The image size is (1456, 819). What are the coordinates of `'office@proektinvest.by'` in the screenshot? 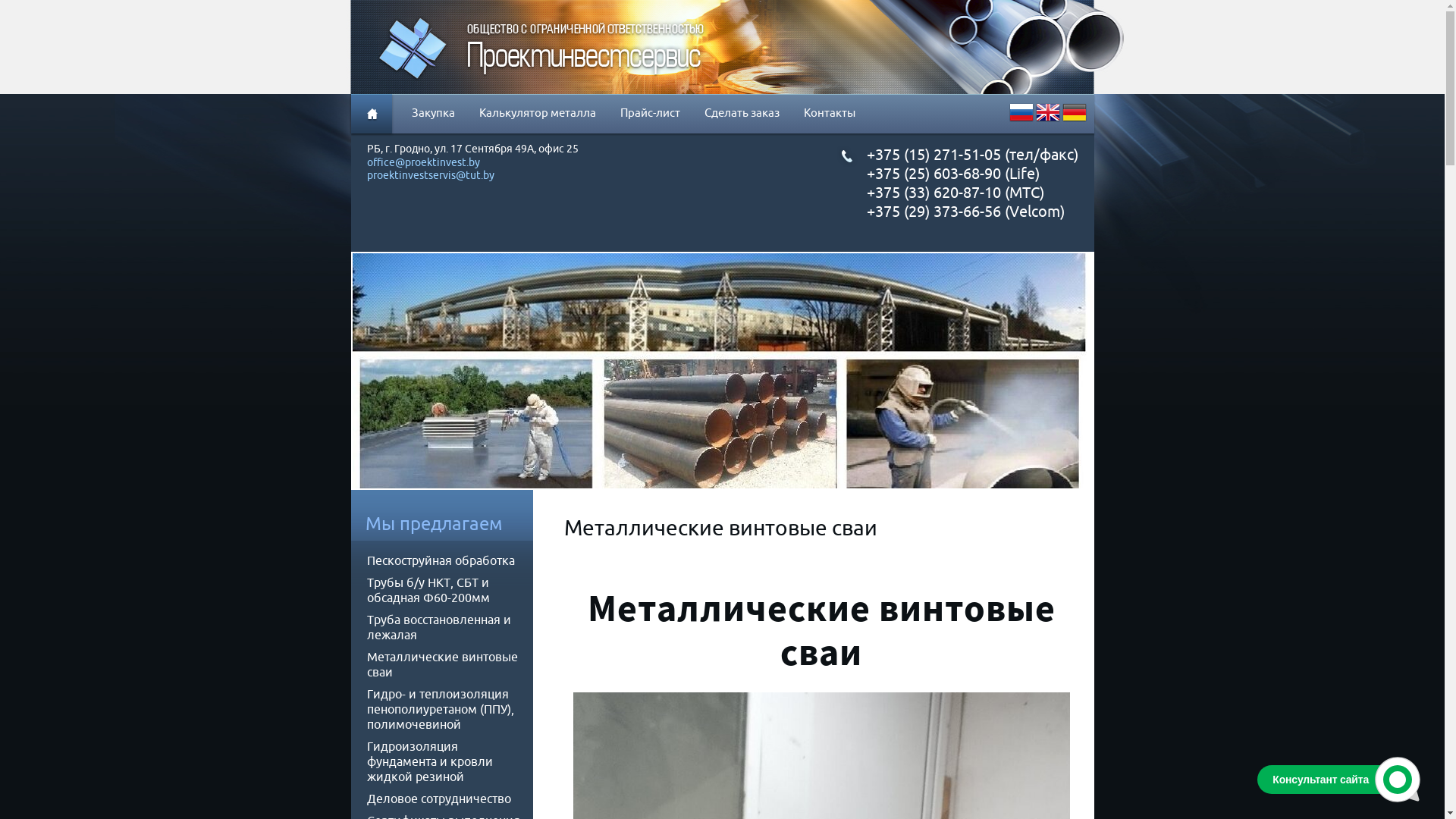 It's located at (423, 163).